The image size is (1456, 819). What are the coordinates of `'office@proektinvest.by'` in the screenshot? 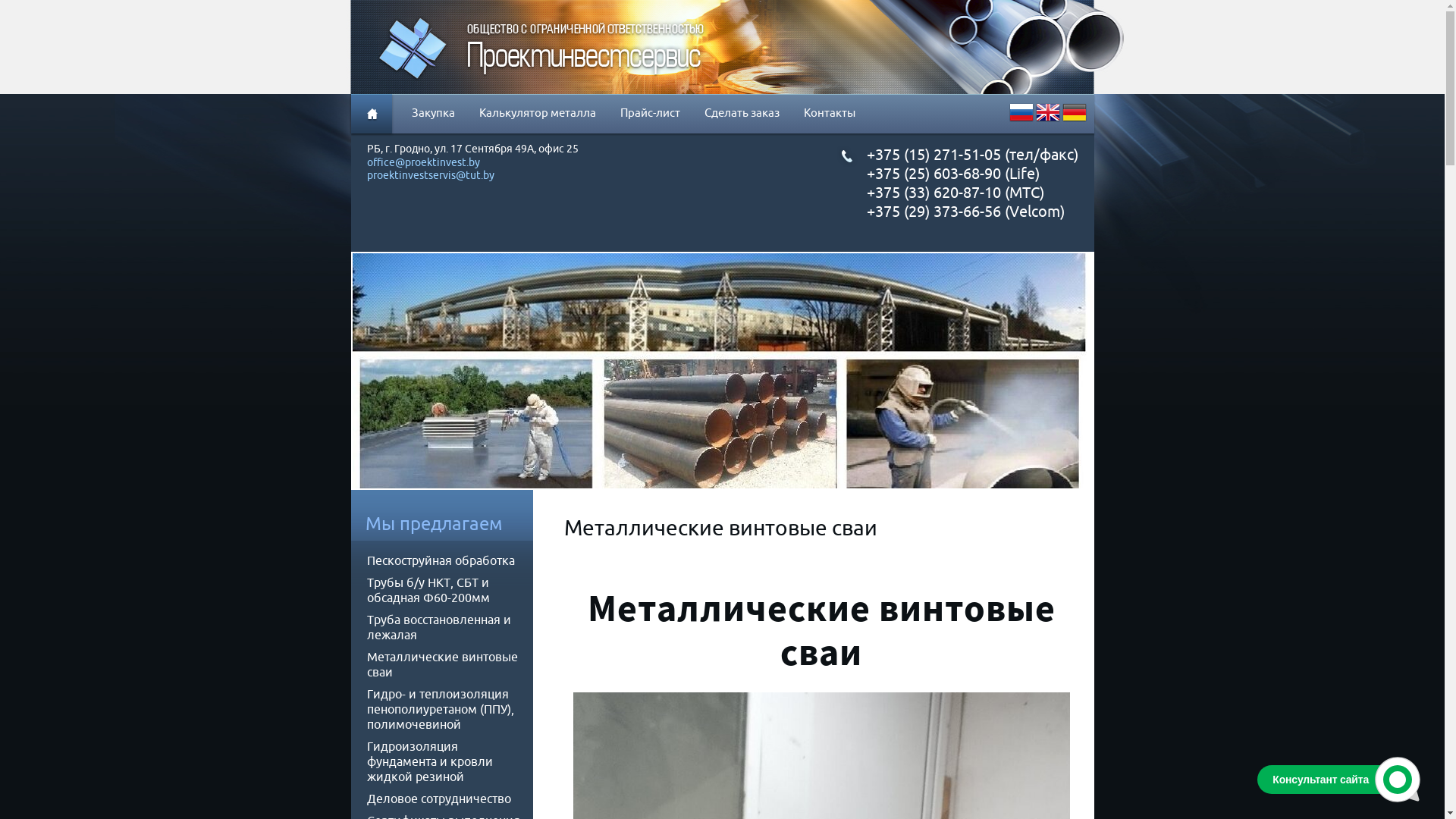 It's located at (423, 163).